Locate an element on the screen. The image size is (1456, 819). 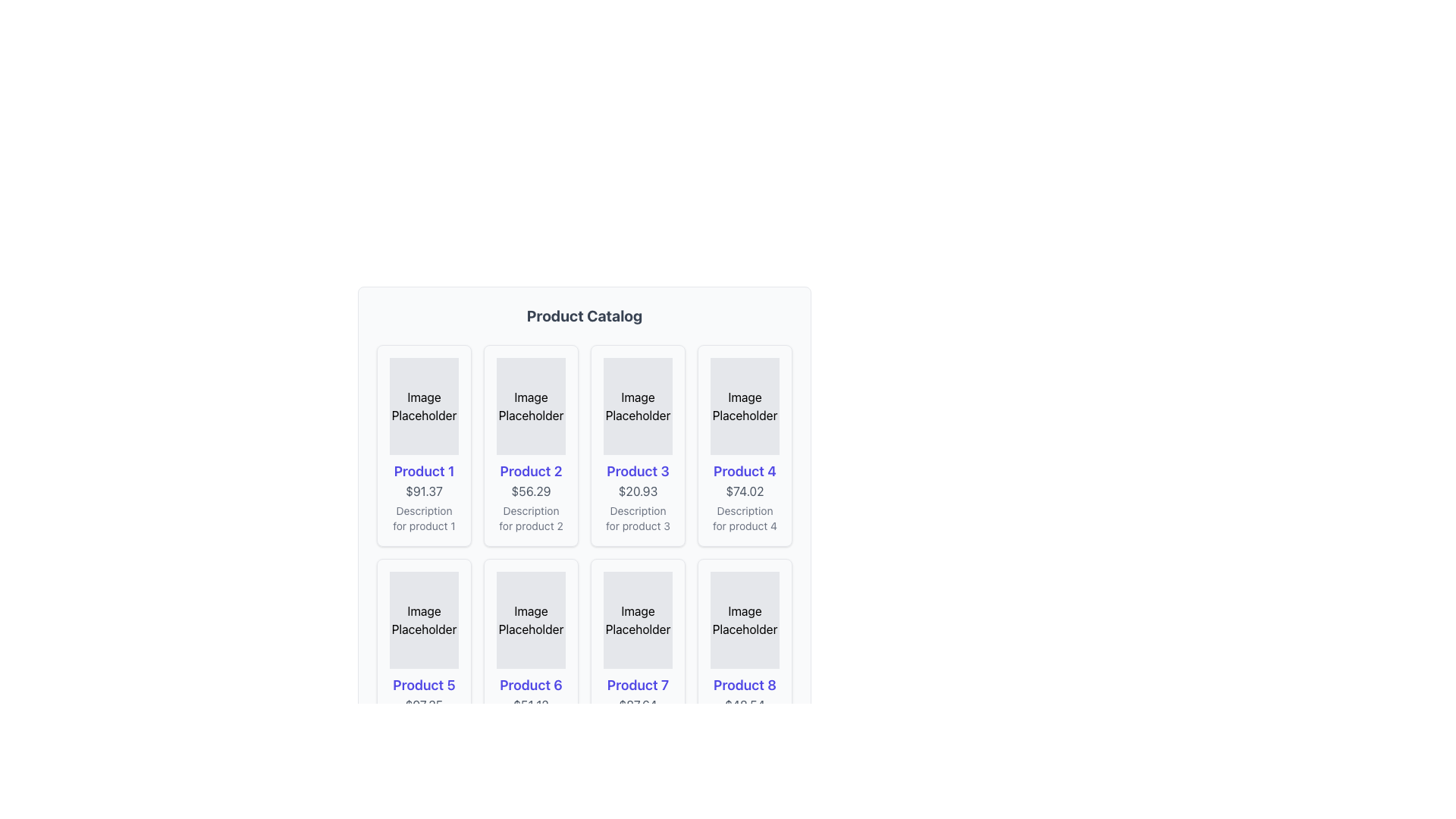
the price label for 'Product 1' is located at coordinates (424, 491).